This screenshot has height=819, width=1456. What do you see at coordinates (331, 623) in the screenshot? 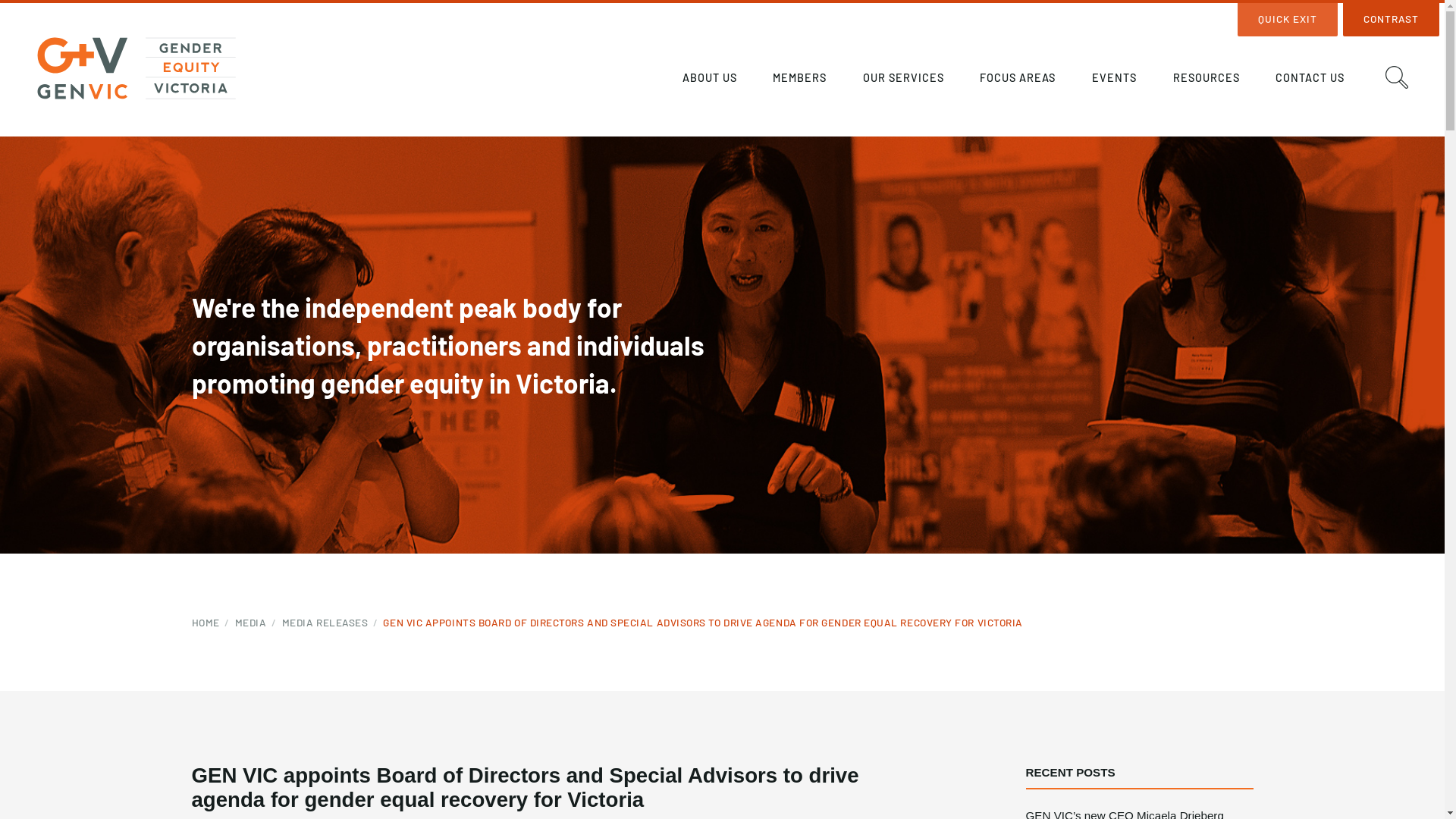
I see `'MEDIA RELEASES'` at bounding box center [331, 623].